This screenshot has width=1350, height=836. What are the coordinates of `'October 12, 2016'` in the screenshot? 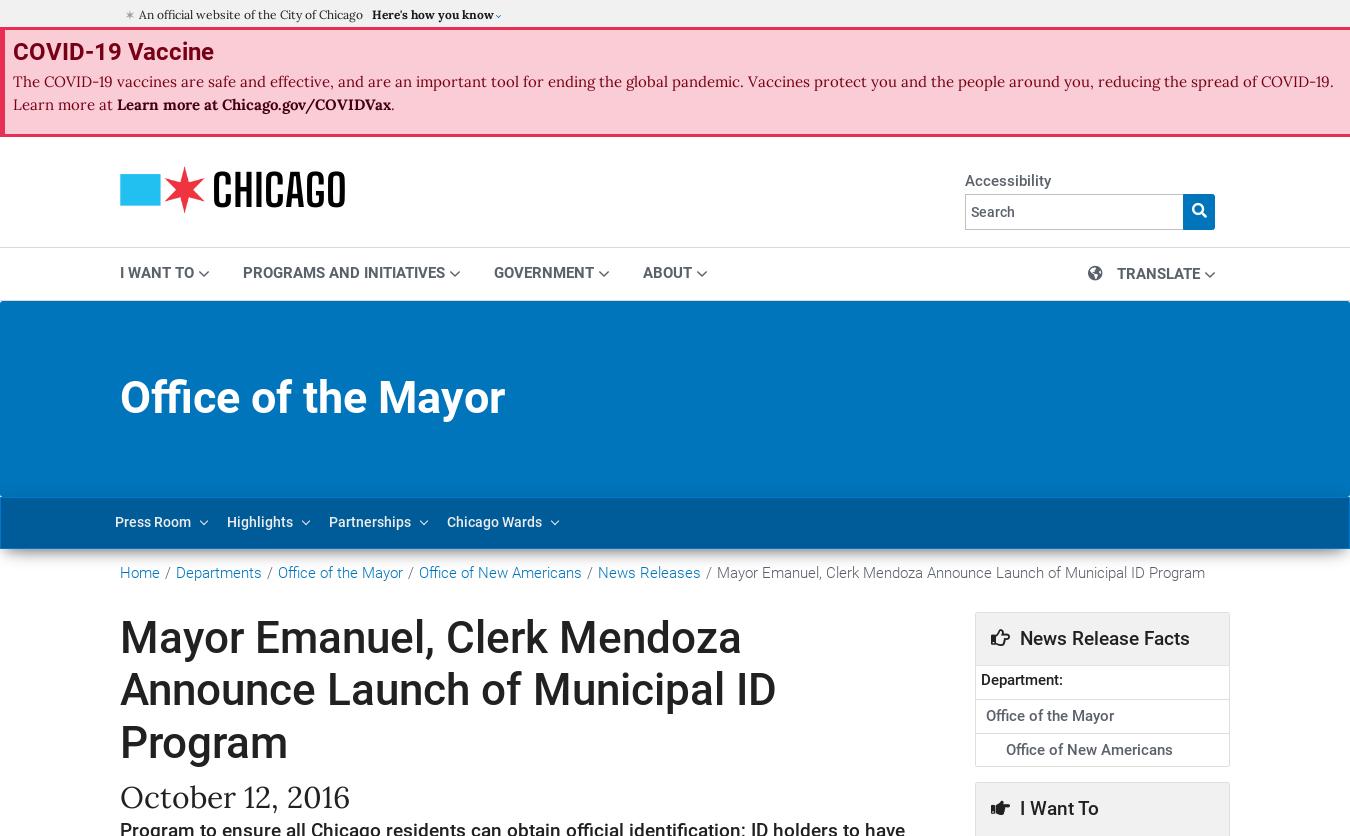 It's located at (234, 795).